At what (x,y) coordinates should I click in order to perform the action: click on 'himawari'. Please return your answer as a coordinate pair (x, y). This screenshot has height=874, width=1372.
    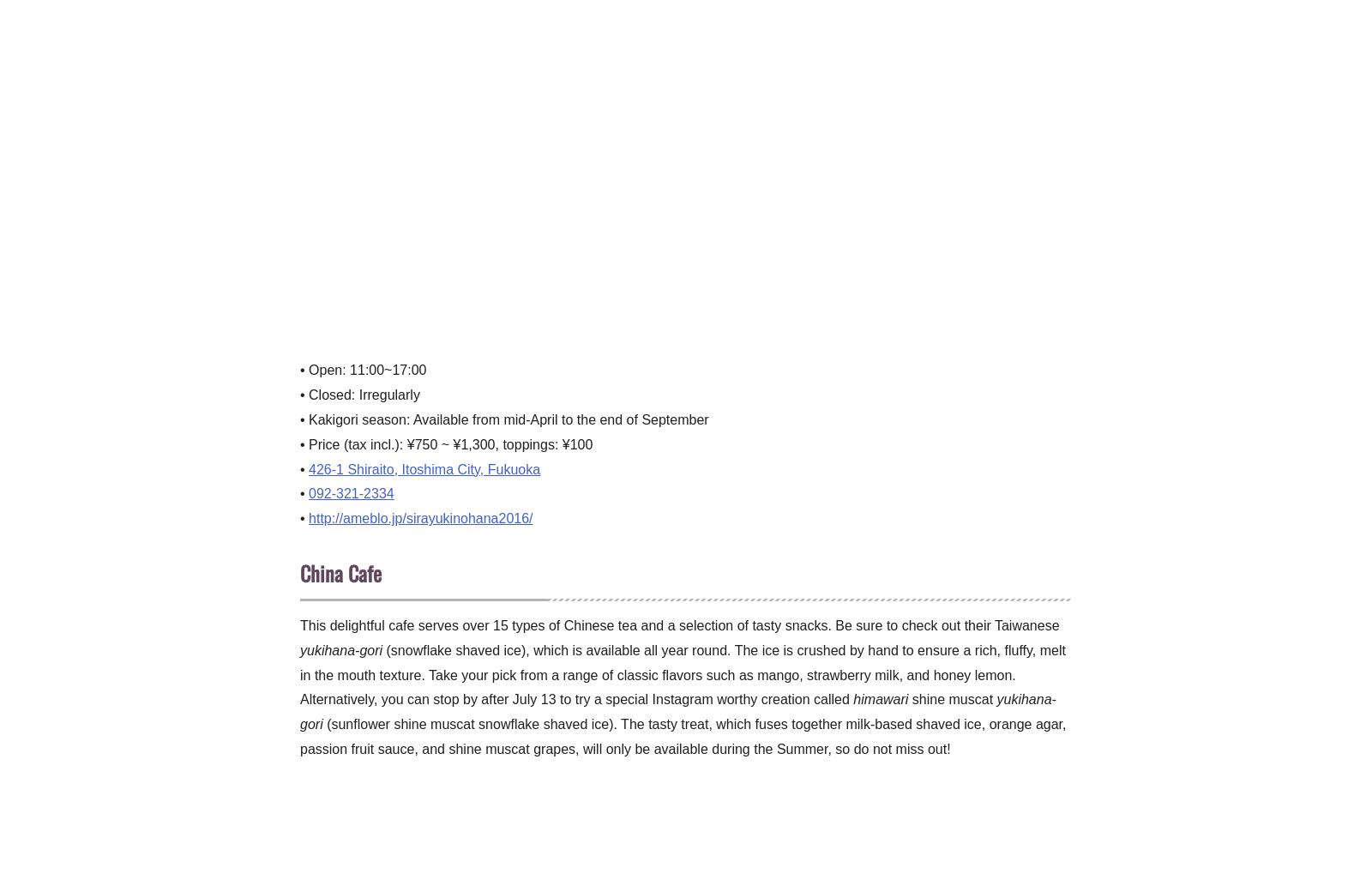
    Looking at the image, I should click on (881, 699).